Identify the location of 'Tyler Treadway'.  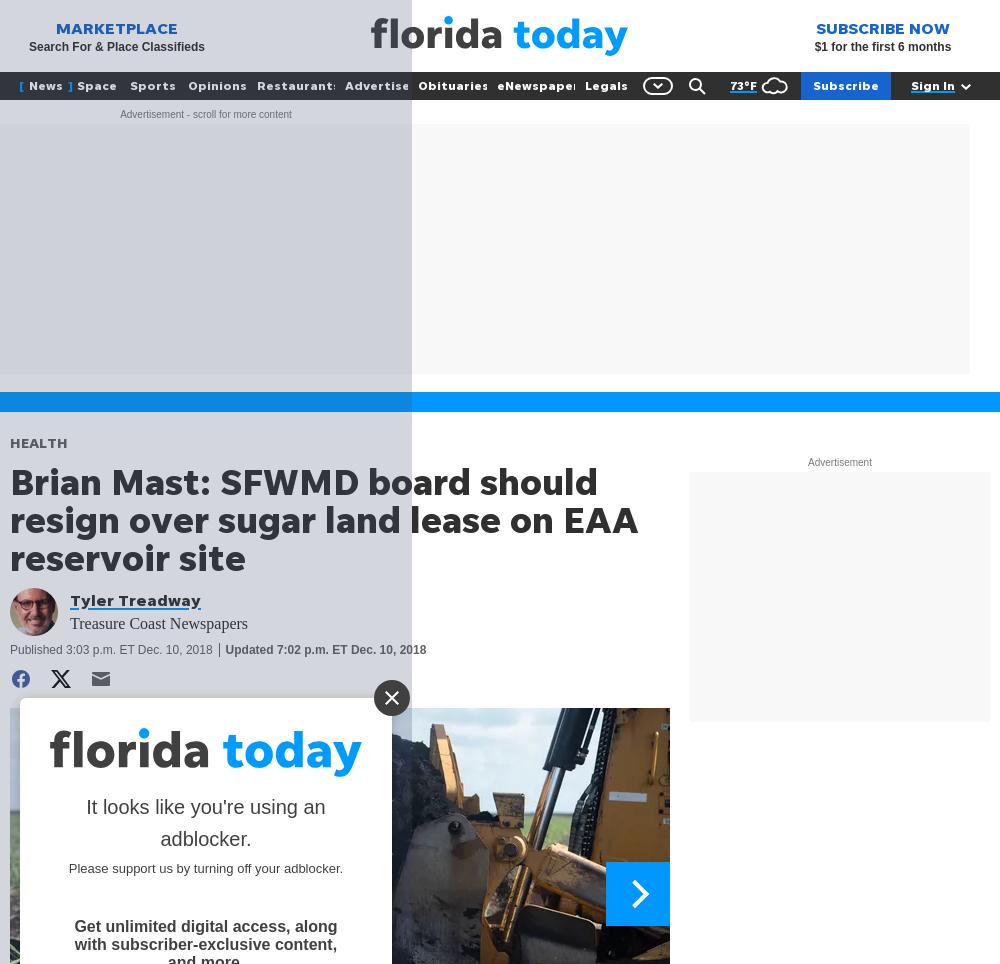
(135, 598).